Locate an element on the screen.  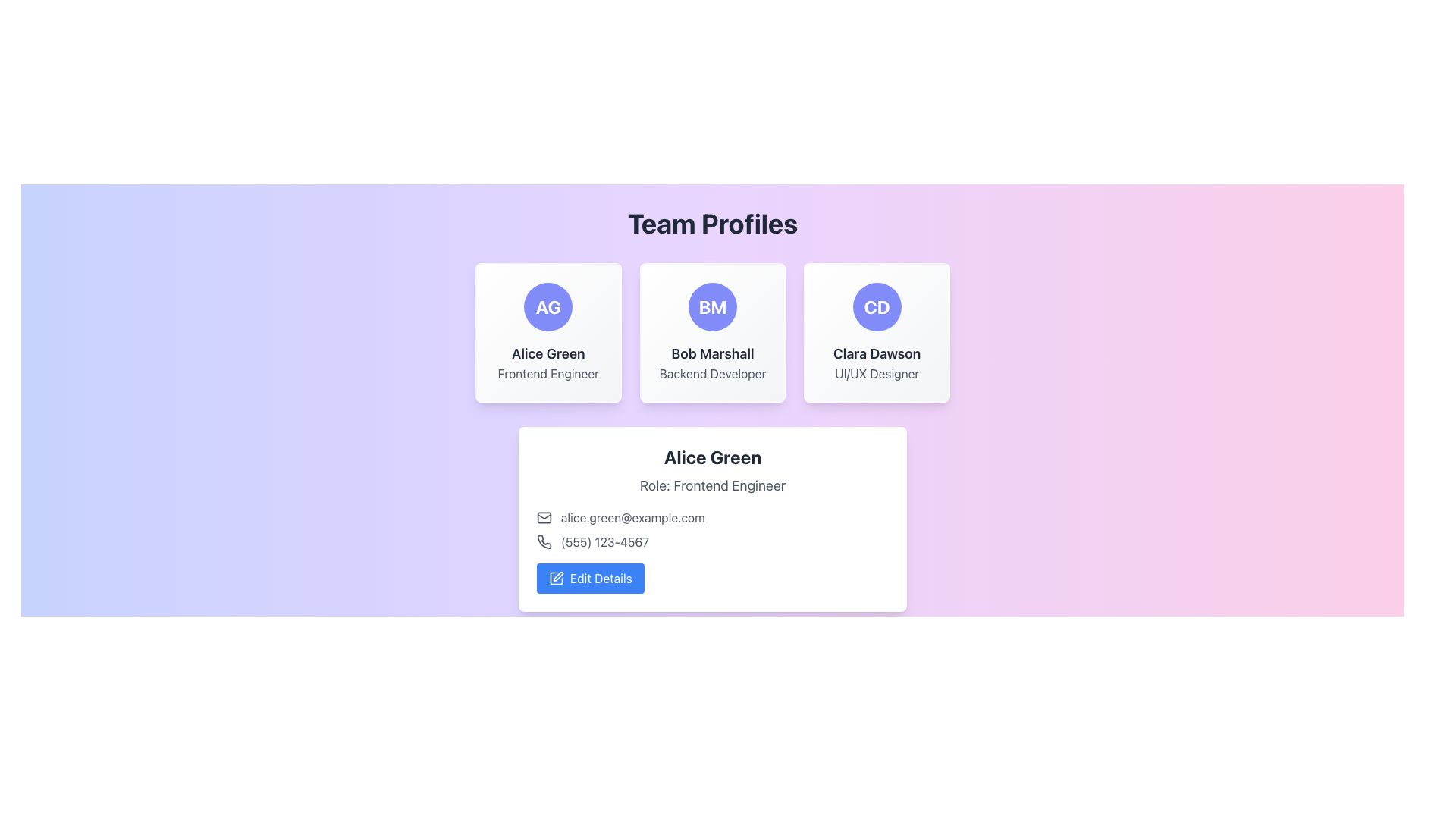
the 'Edit Details' button with a blue background and white text, located at the bottom center of Alice Green's profile card is located at coordinates (589, 579).